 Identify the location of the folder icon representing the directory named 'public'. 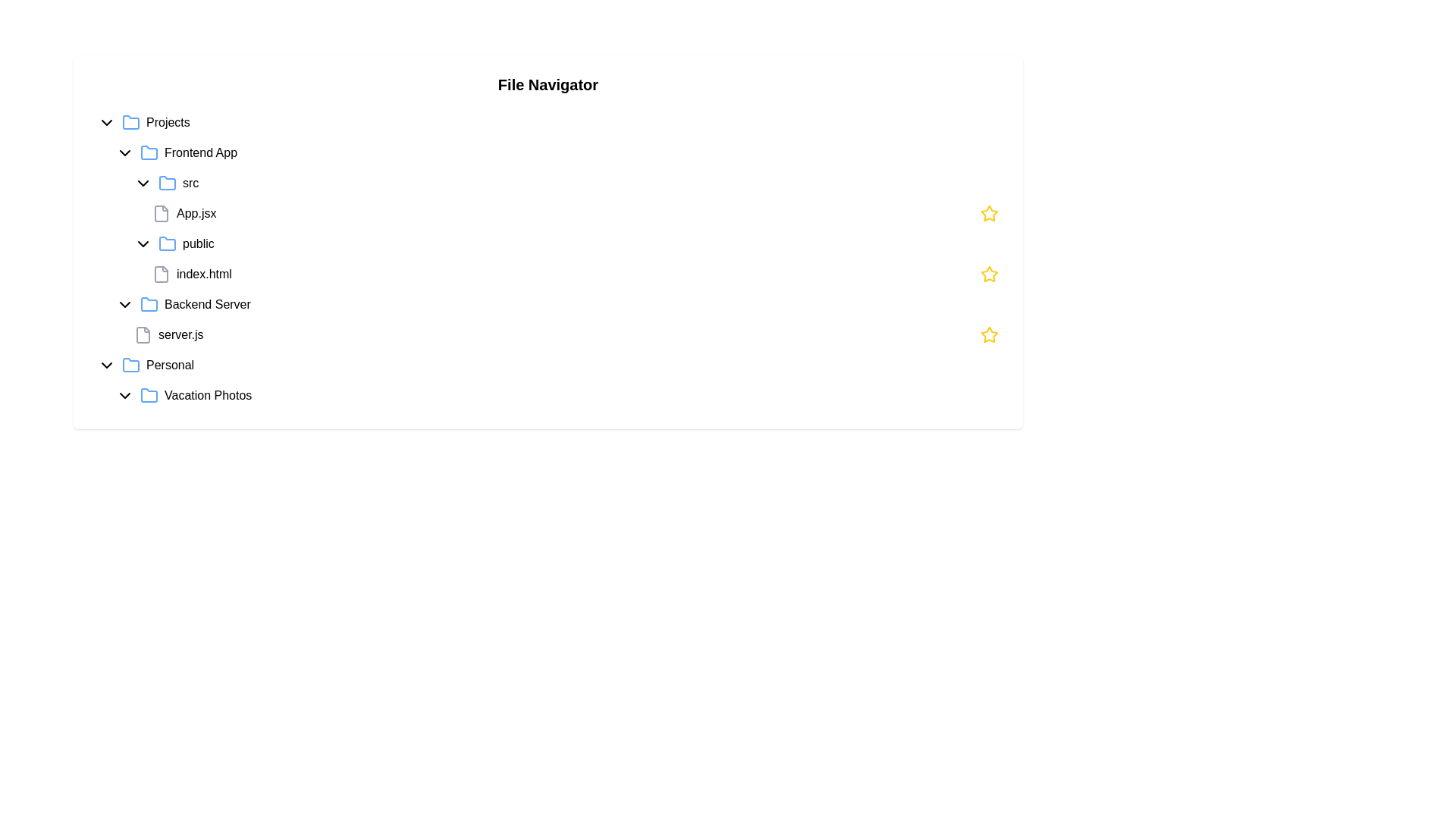
(167, 243).